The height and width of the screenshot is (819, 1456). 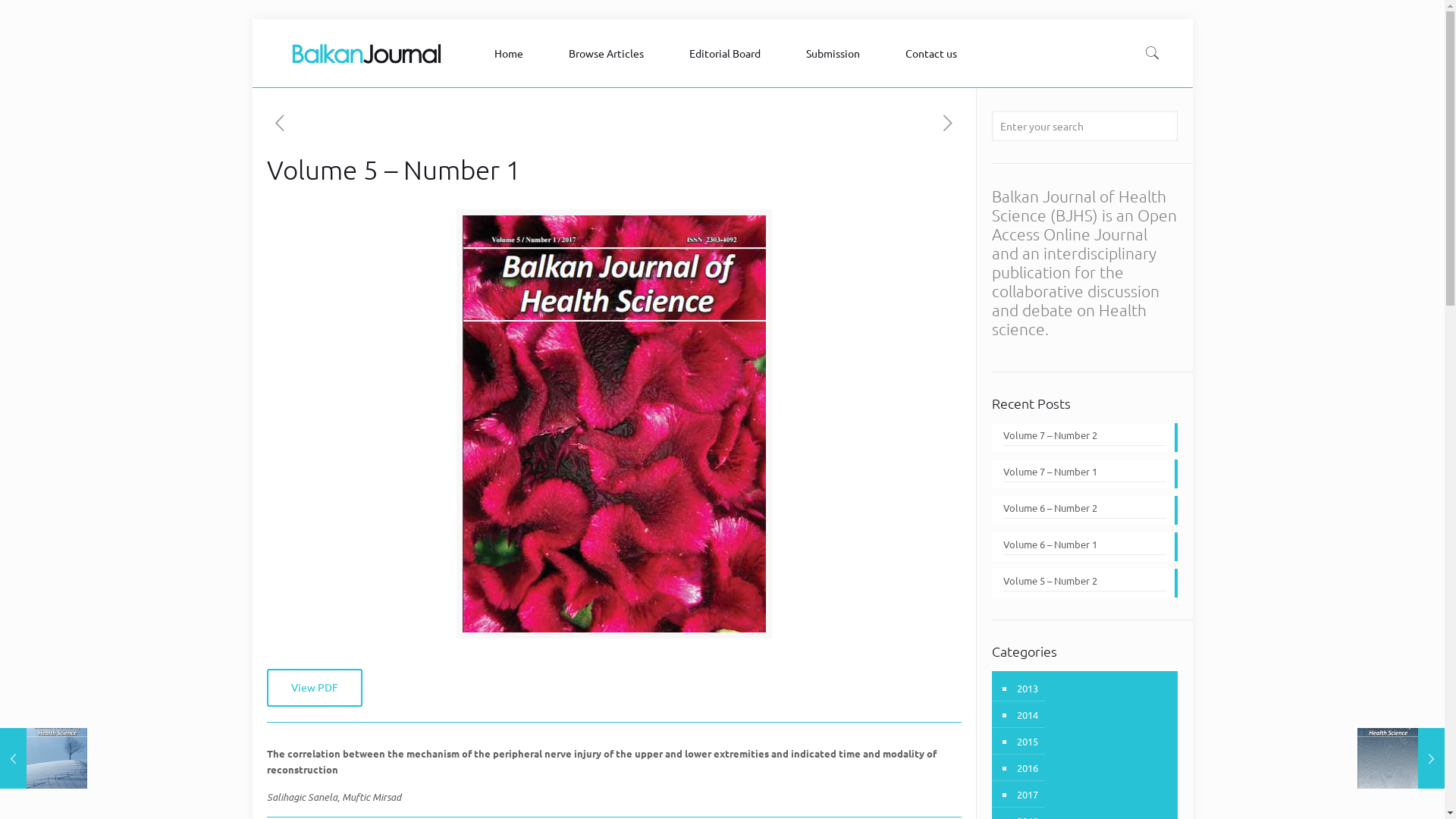 I want to click on 'Home', so click(x=513, y=52).